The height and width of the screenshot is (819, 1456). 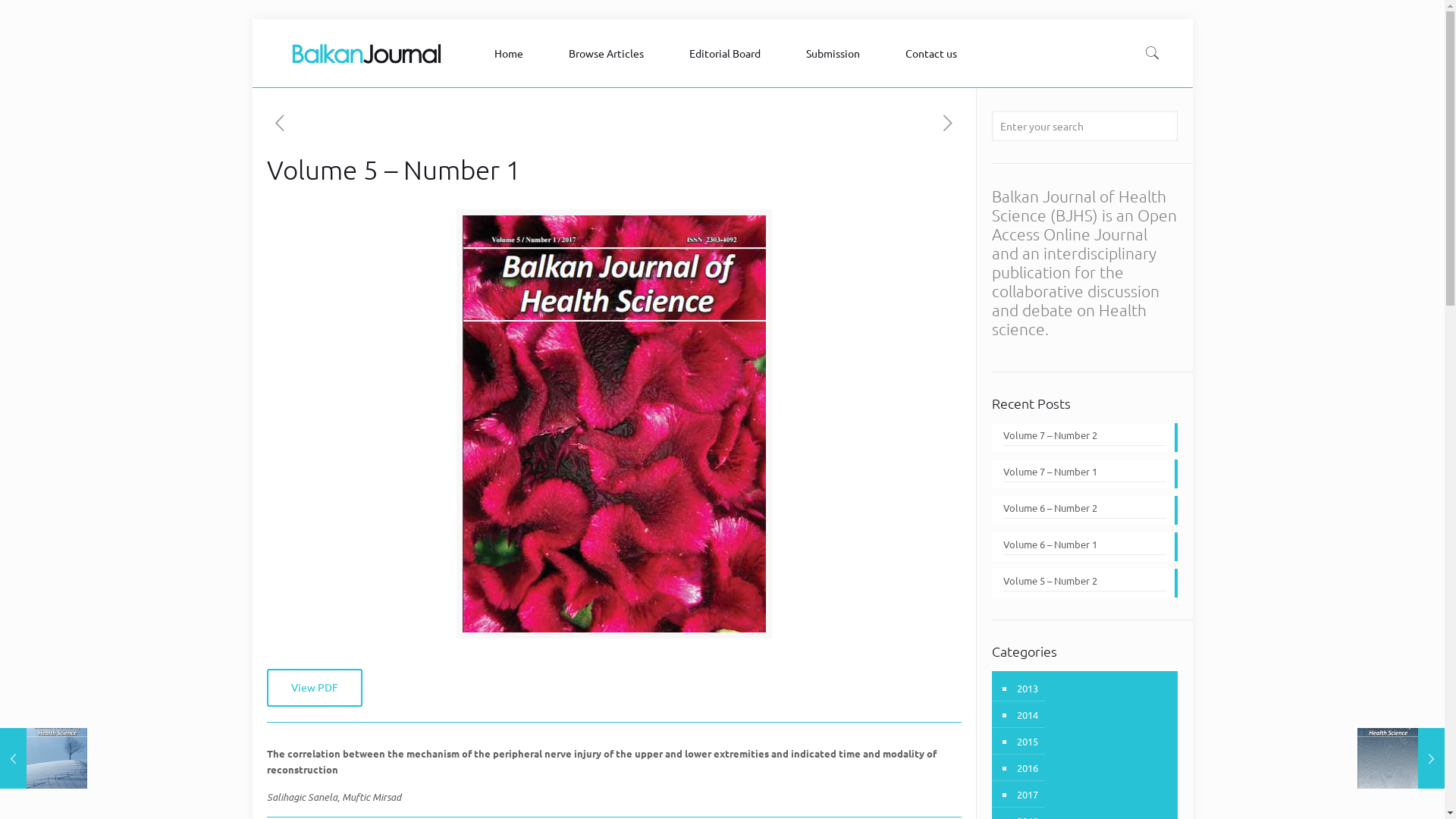 I want to click on 'Home', so click(x=513, y=52).